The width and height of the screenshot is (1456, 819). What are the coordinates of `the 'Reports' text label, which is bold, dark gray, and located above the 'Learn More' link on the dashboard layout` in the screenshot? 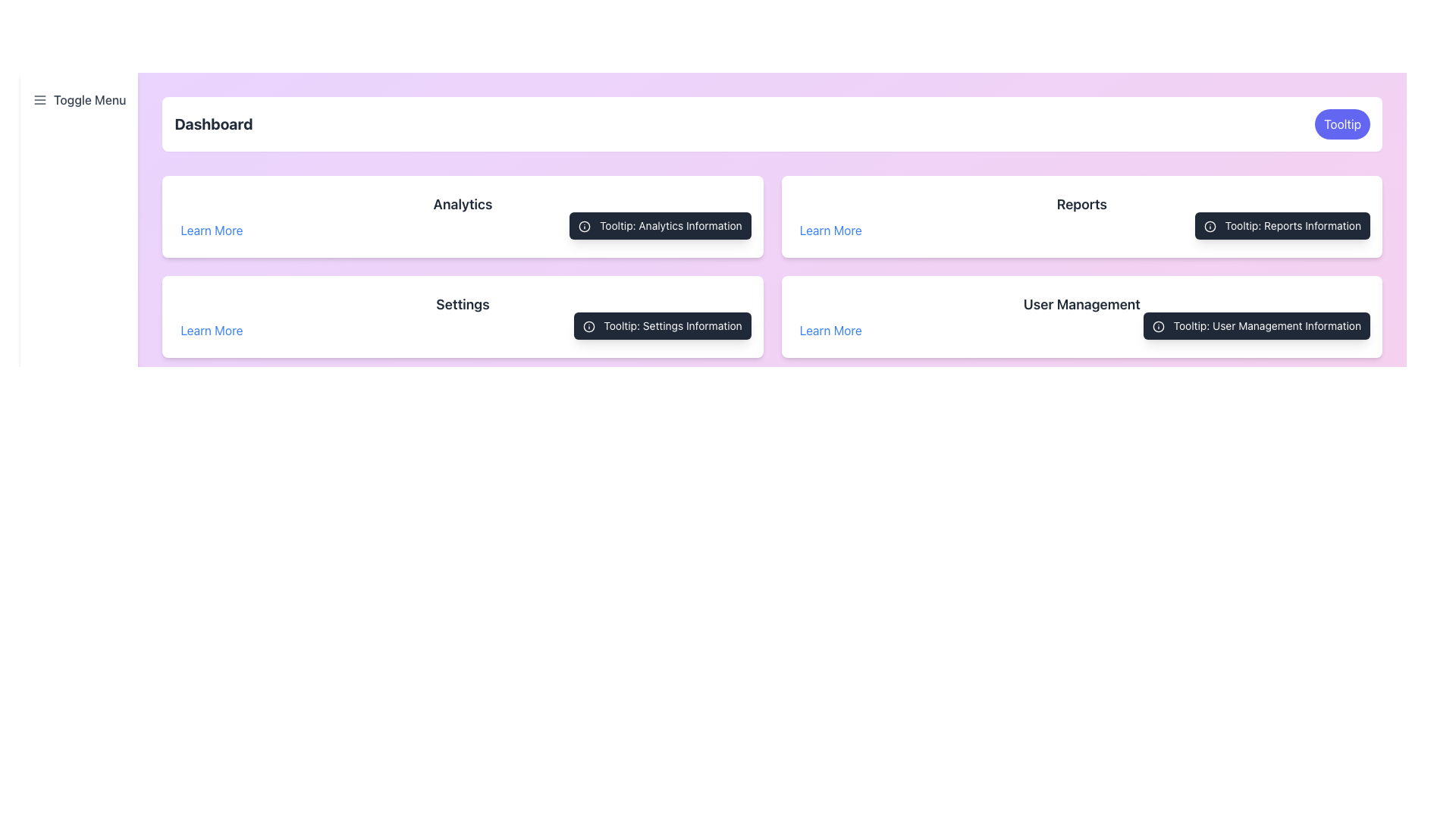 It's located at (1081, 205).